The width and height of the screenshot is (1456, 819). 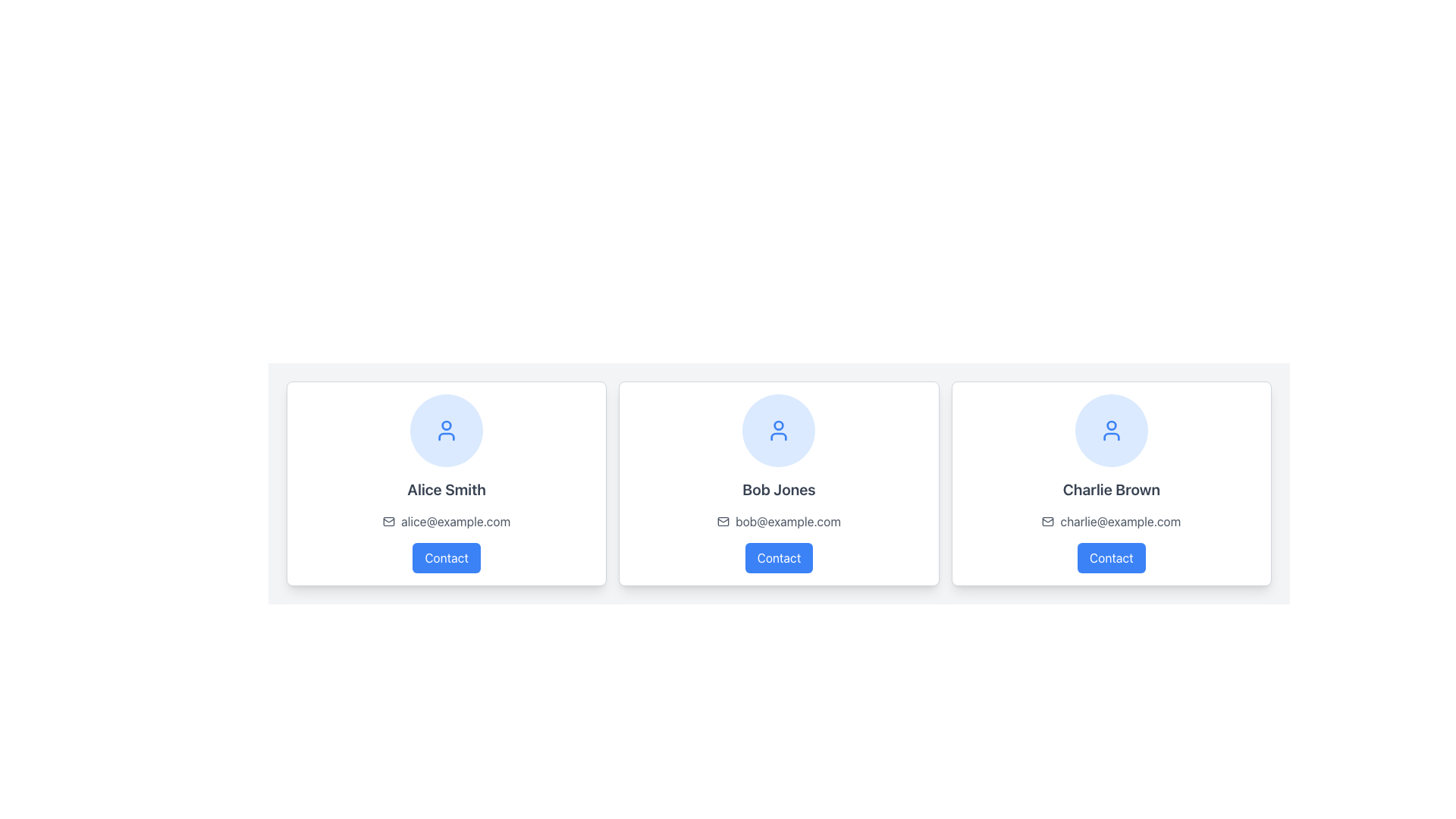 What do you see at coordinates (1111, 520) in the screenshot?
I see `the email address text field displaying 'charlie@example.com' located in the profile card for 'Charlie Brown', positioned beneath the name and above the 'Contact' button` at bounding box center [1111, 520].